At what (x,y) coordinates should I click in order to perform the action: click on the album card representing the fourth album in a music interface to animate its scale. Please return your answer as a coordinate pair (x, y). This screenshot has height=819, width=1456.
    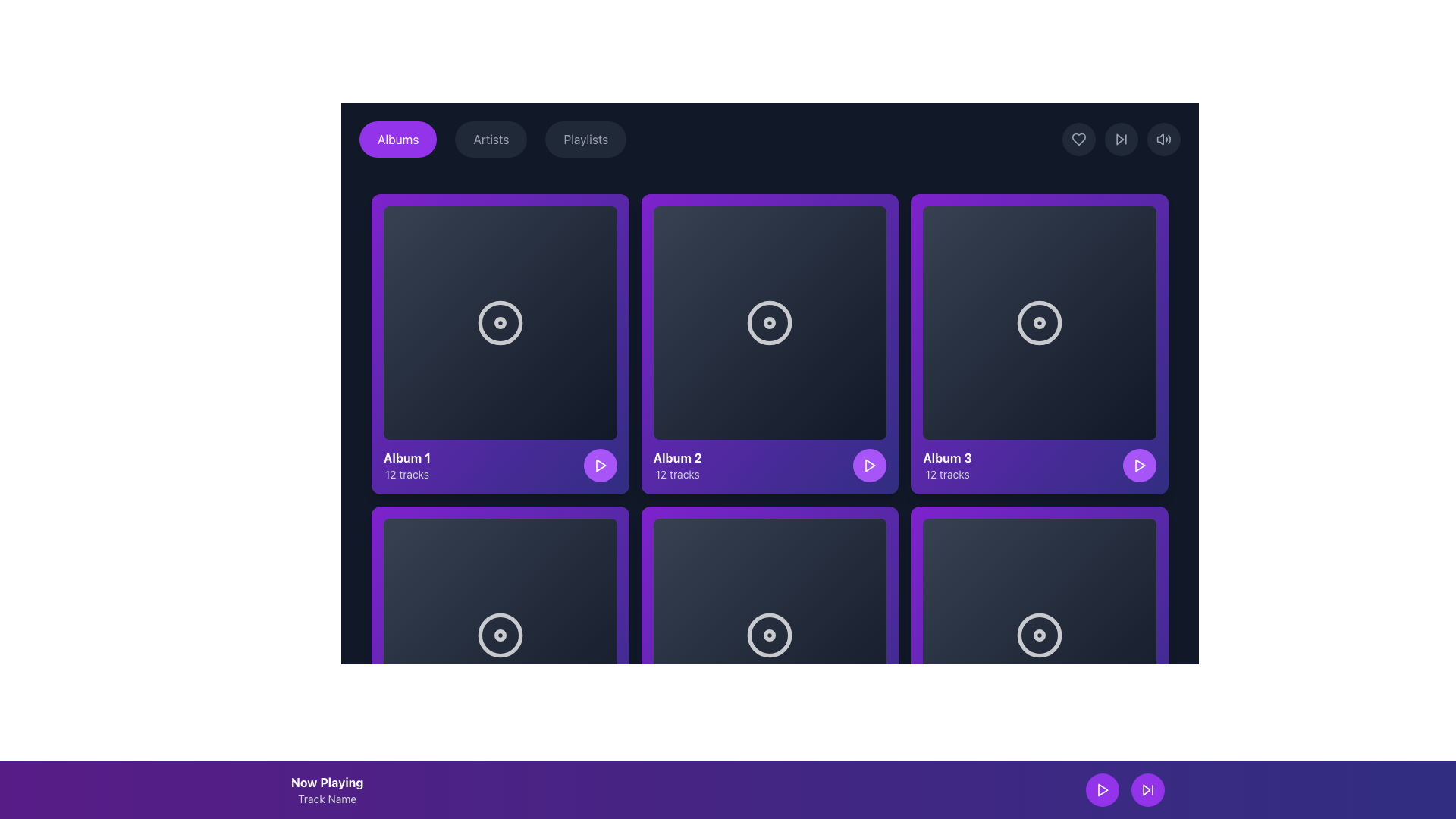
    Looking at the image, I should click on (500, 655).